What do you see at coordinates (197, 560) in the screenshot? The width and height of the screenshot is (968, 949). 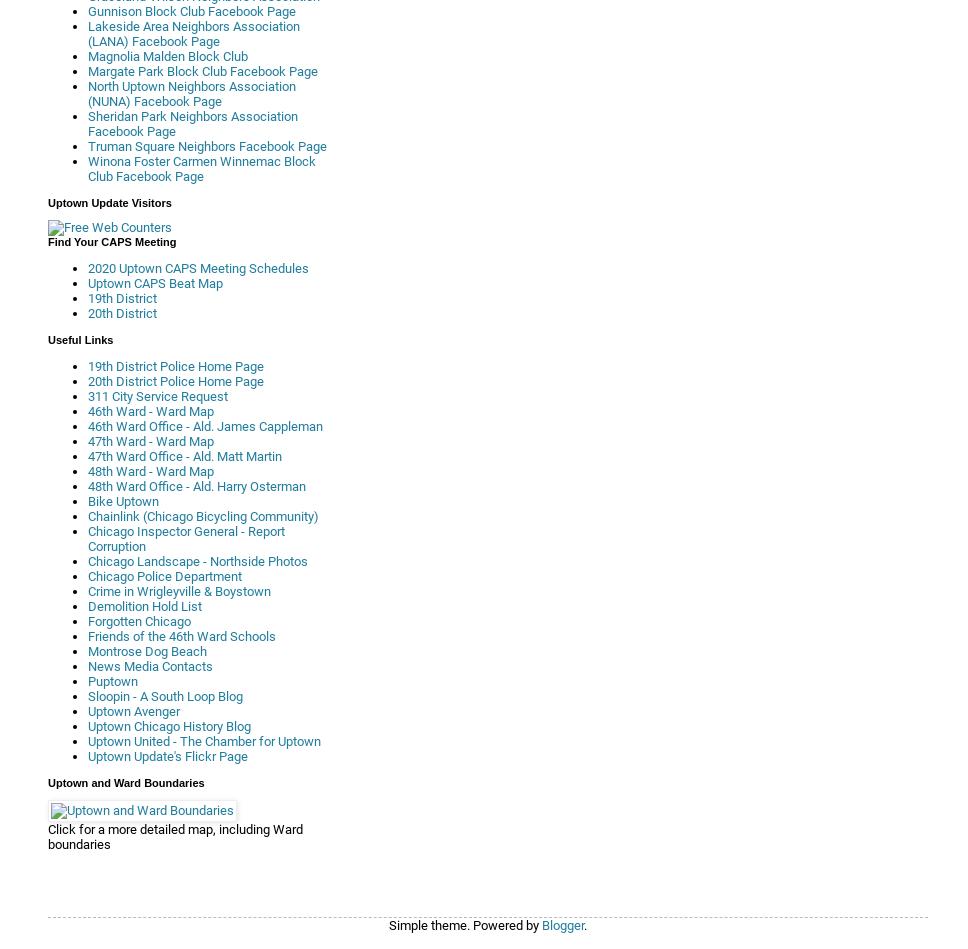 I see `'Chicago Landscape - Northside Photos'` at bounding box center [197, 560].